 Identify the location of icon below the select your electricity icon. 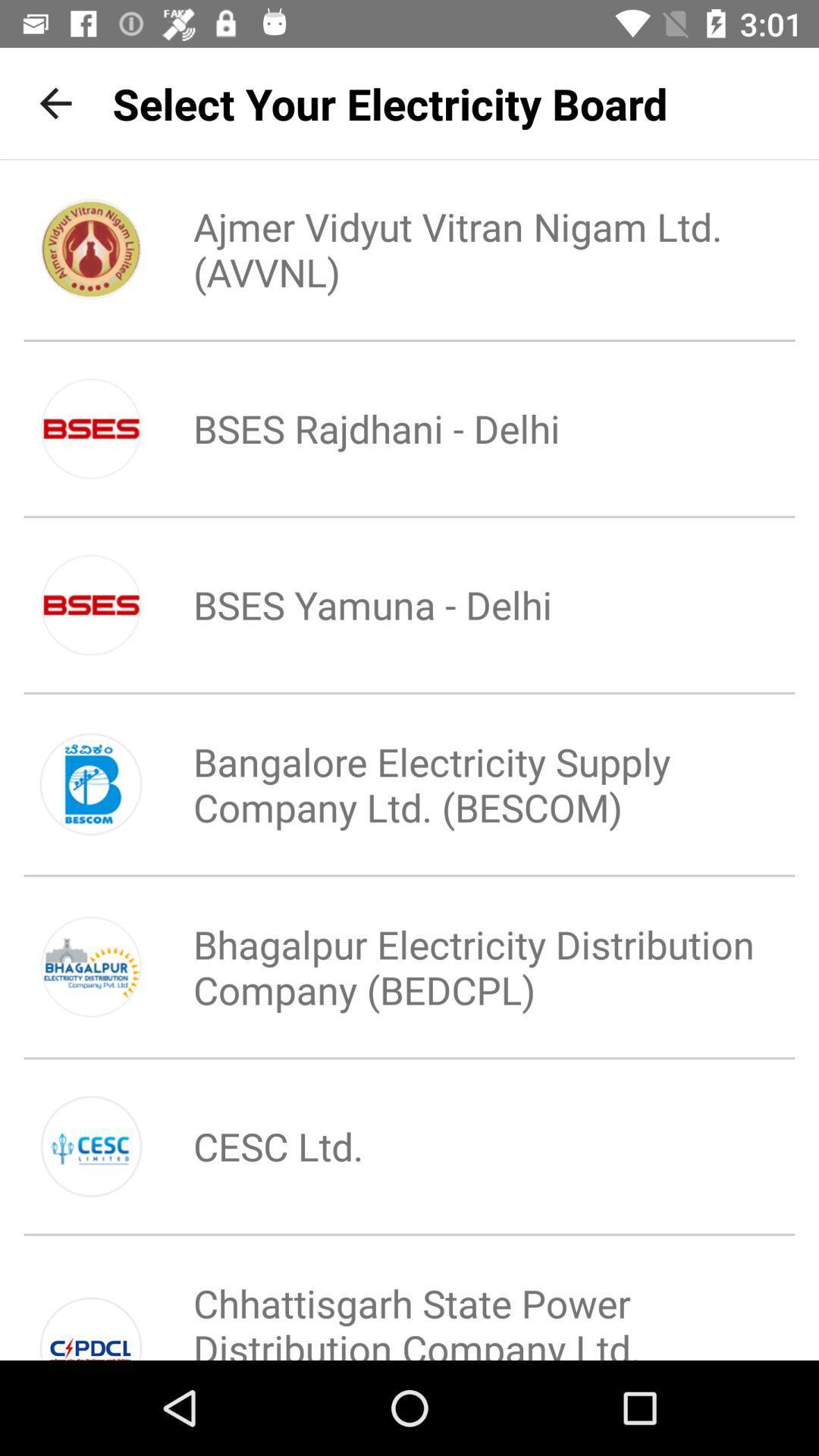
(460, 249).